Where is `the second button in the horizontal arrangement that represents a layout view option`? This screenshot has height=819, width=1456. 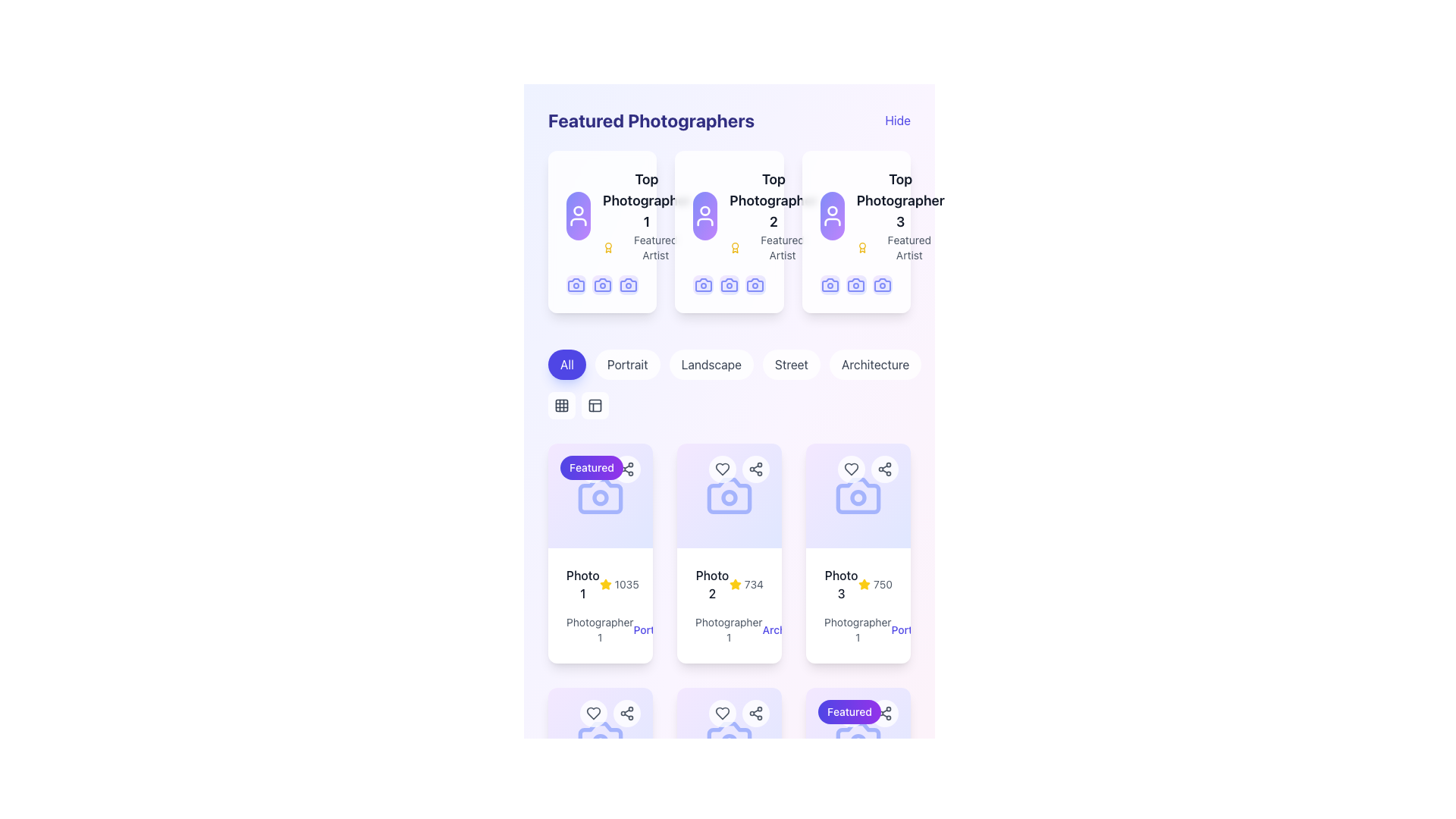 the second button in the horizontal arrangement that represents a layout view option is located at coordinates (595, 405).